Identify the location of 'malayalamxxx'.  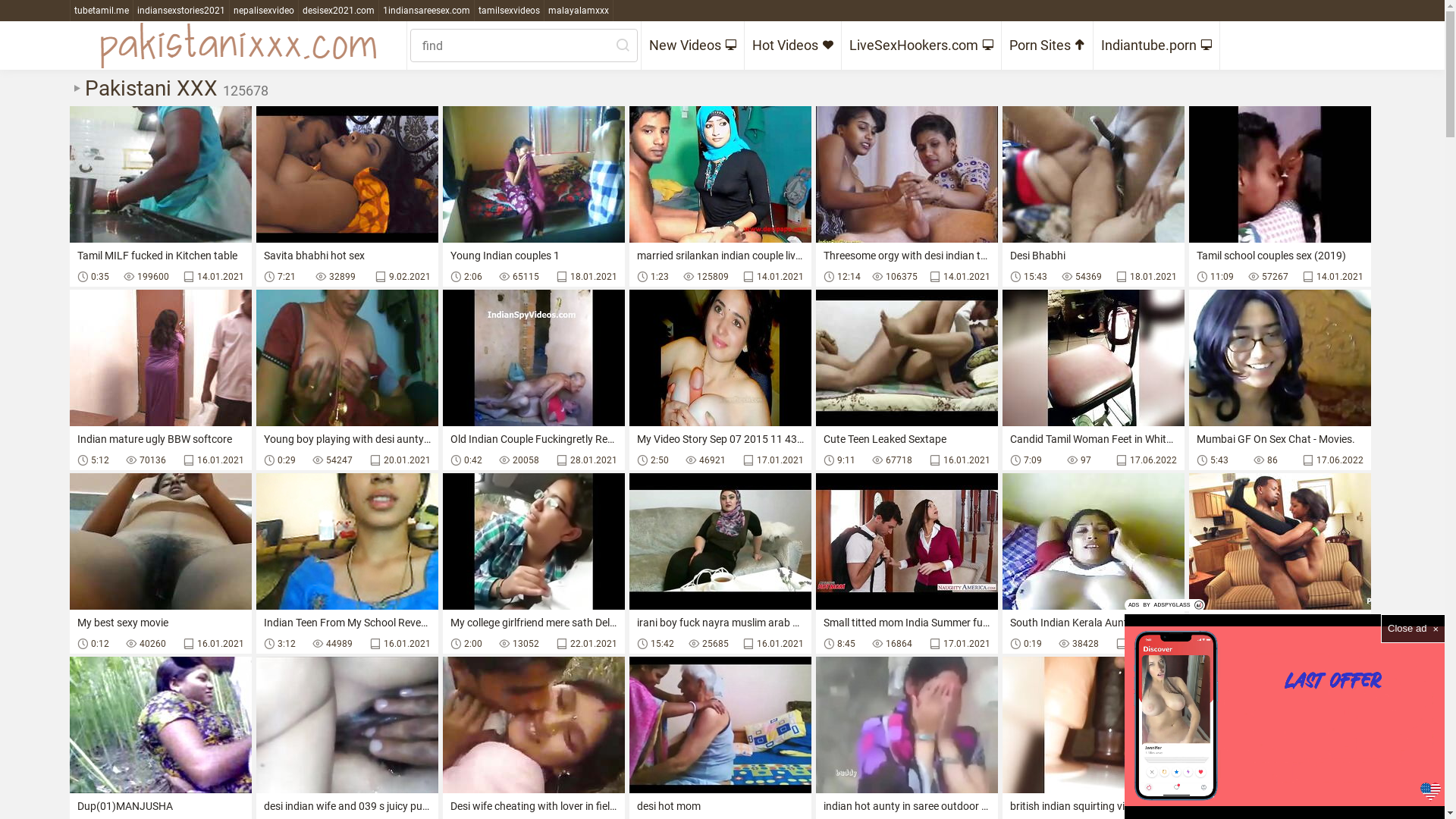
(578, 11).